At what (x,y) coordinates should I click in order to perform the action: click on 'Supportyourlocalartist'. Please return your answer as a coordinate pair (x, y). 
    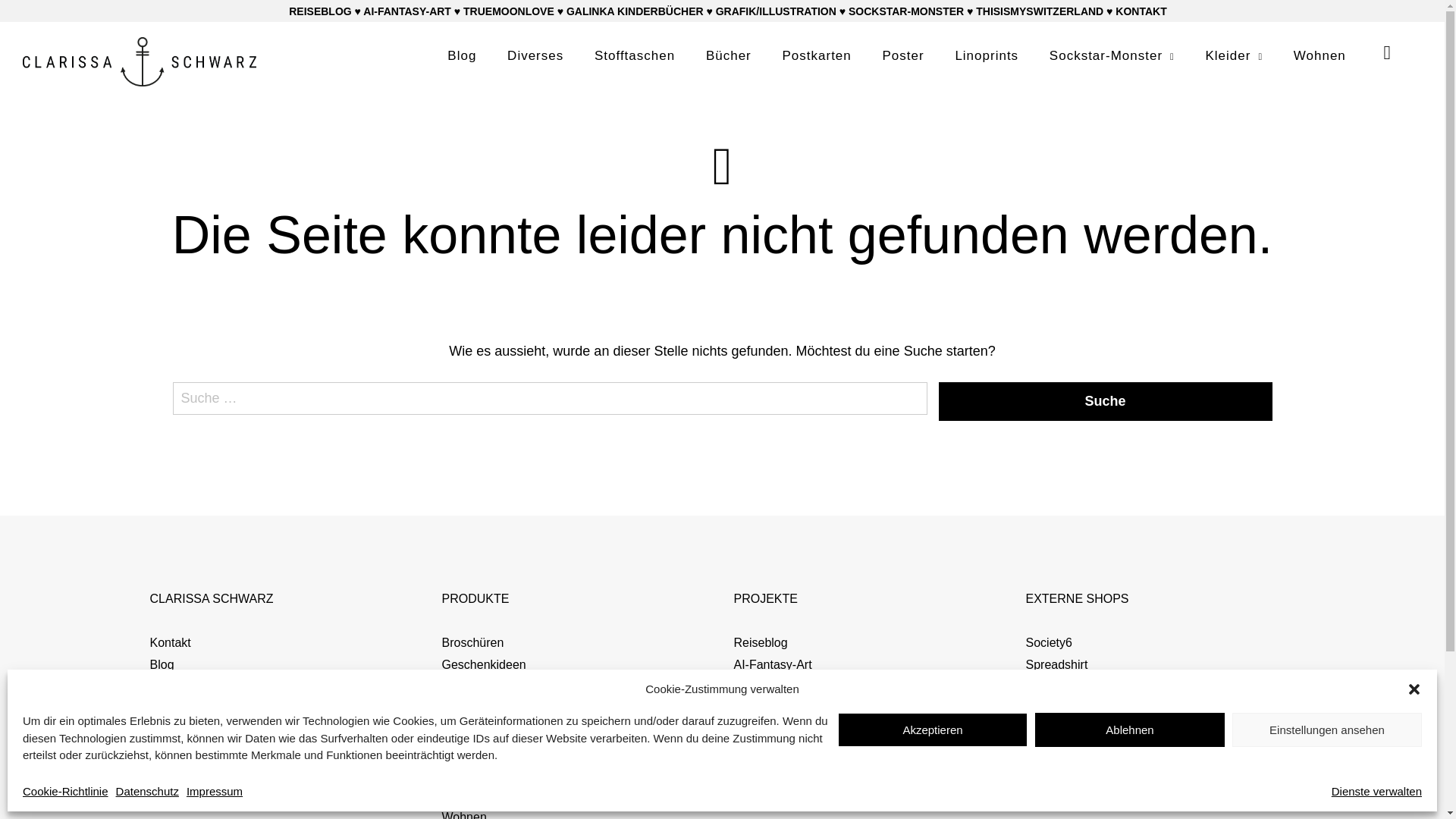
    Looking at the image, I should click on (1083, 708).